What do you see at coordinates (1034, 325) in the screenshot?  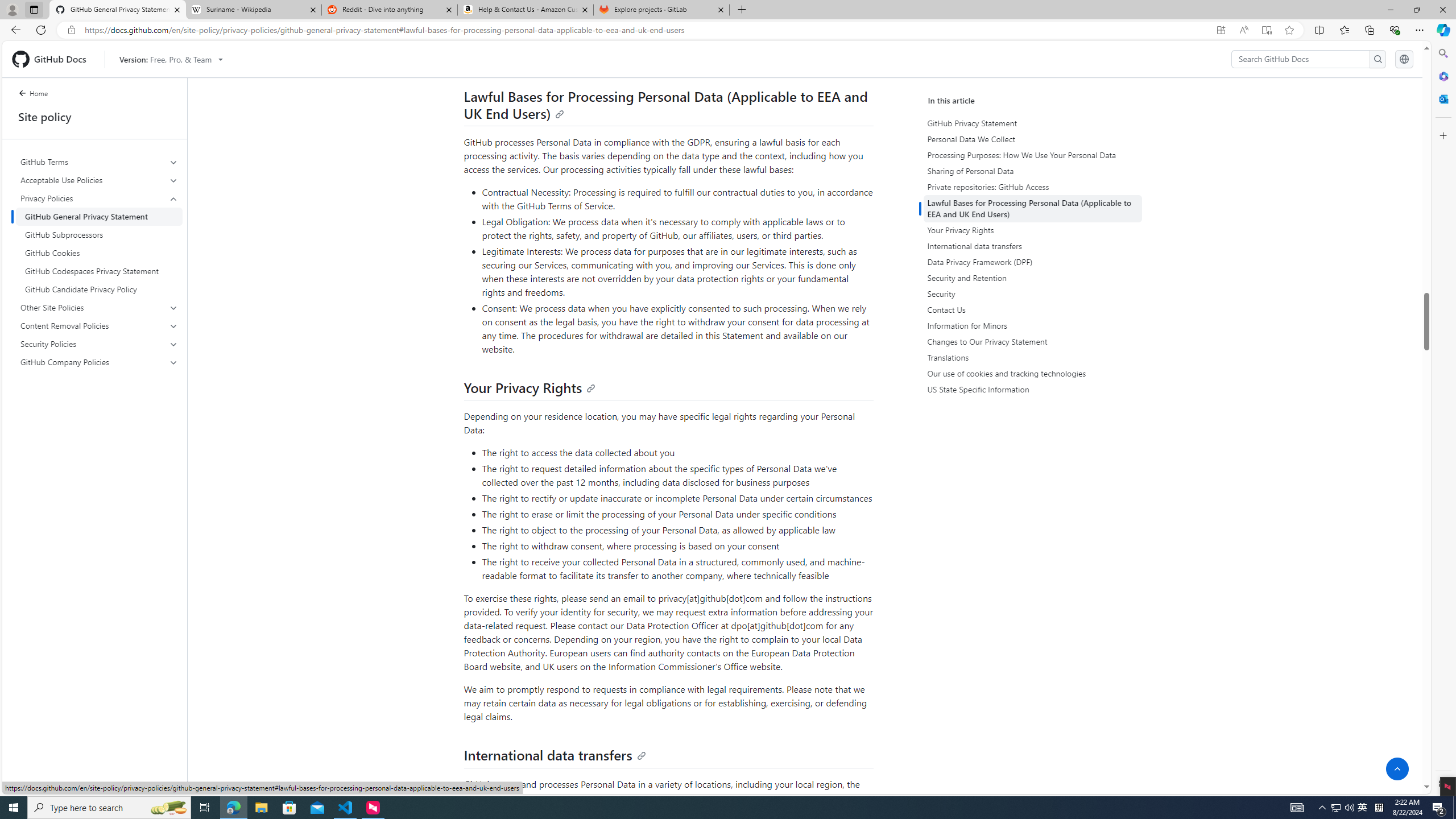 I see `'Information for Minors'` at bounding box center [1034, 325].